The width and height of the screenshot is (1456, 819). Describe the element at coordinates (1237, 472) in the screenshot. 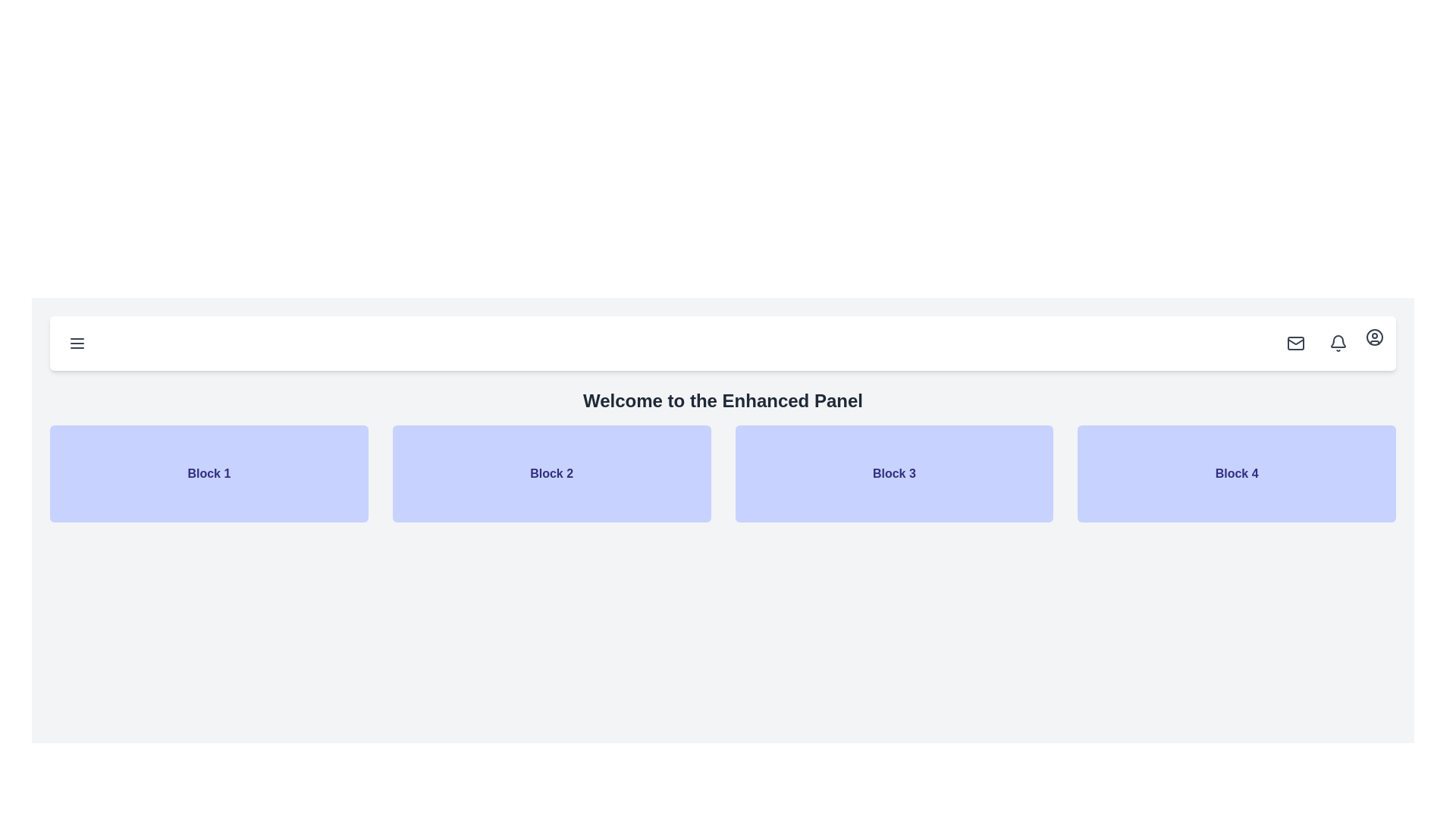

I see `the fourth block in the bottom-right area of the main content section, which serves as an informational or navigational block` at that location.